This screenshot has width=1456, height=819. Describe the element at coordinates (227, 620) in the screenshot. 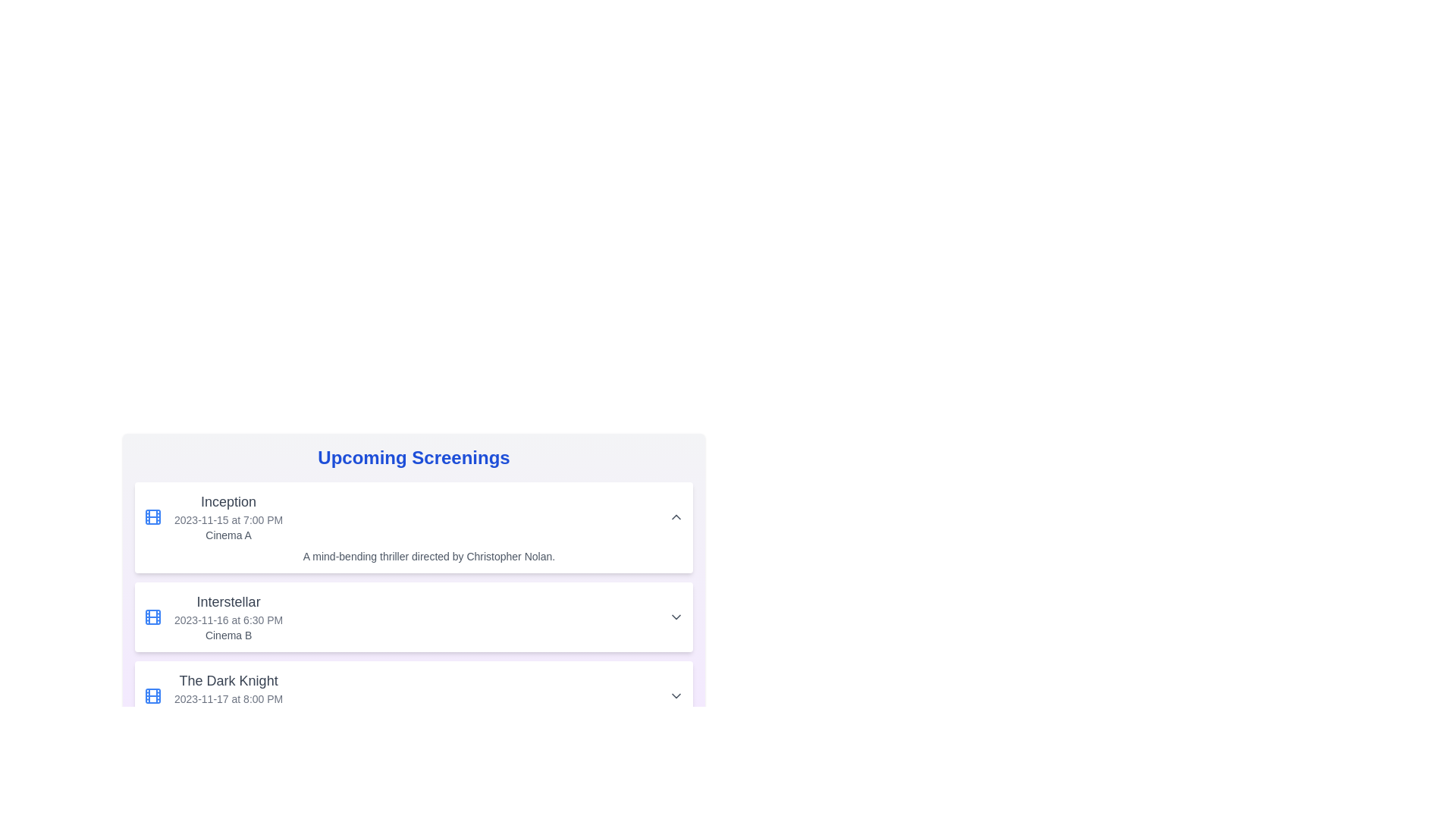

I see `the static text label that displays the scheduled date and time for the movie 'Interstellar', located centrally below the title 'Interstellar' in the second list item of a vertical list of movie screenings` at that location.